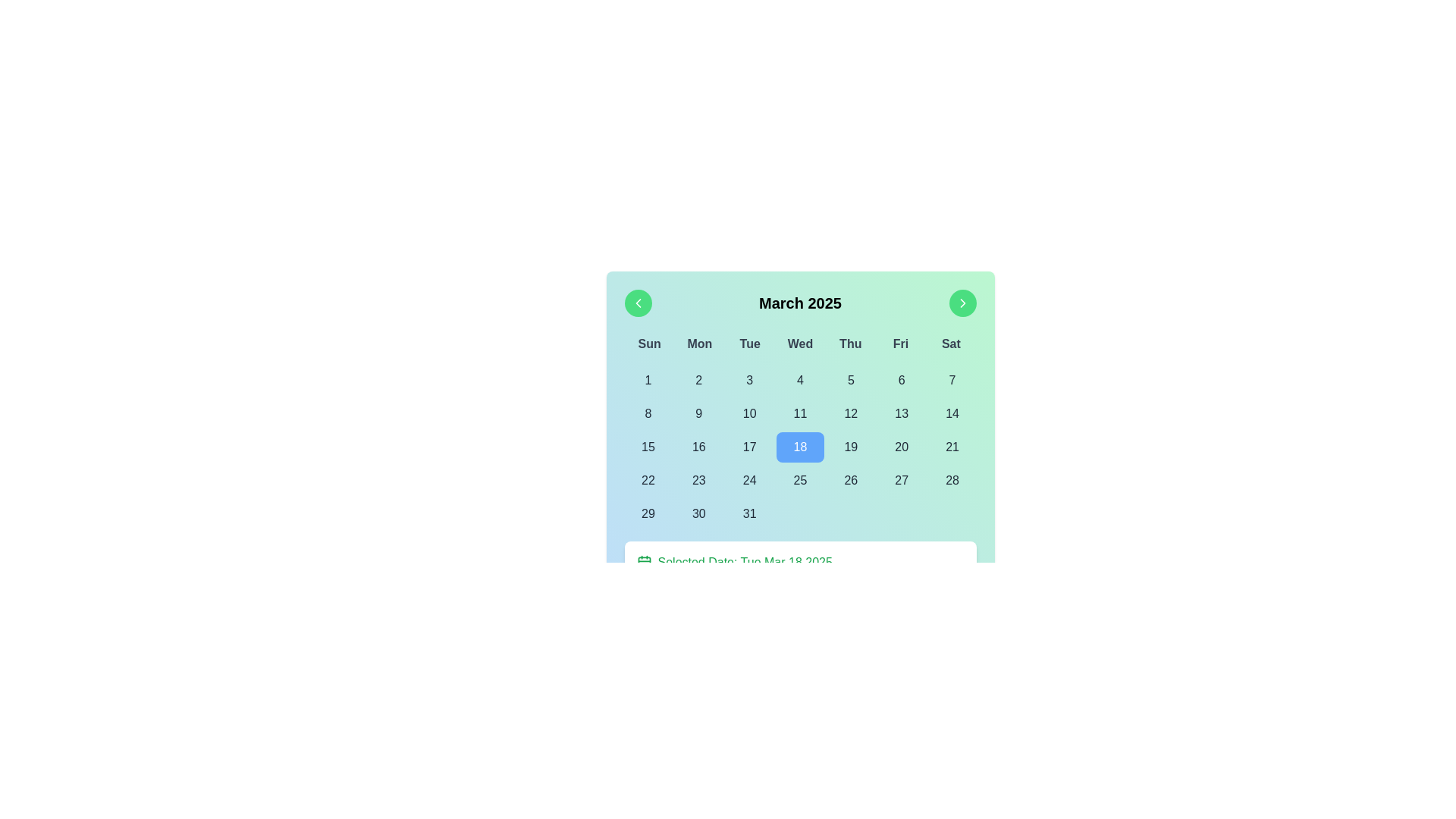 This screenshot has width=1456, height=819. What do you see at coordinates (698, 480) in the screenshot?
I see `the button displaying the date '23' in the calendar grid layout` at bounding box center [698, 480].